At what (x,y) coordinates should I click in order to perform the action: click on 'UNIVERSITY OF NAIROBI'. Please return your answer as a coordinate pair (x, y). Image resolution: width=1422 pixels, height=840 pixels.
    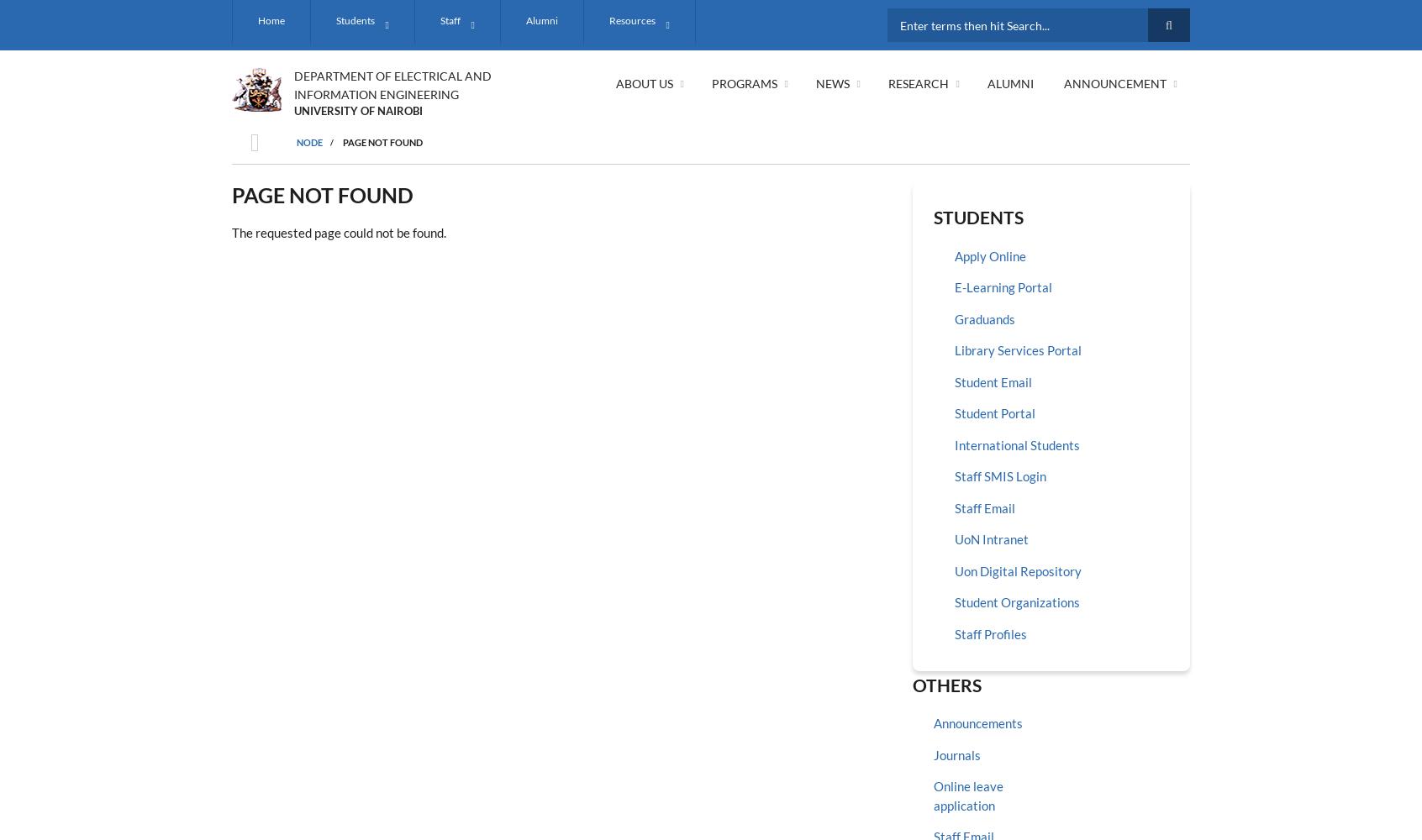
    Looking at the image, I should click on (293, 110).